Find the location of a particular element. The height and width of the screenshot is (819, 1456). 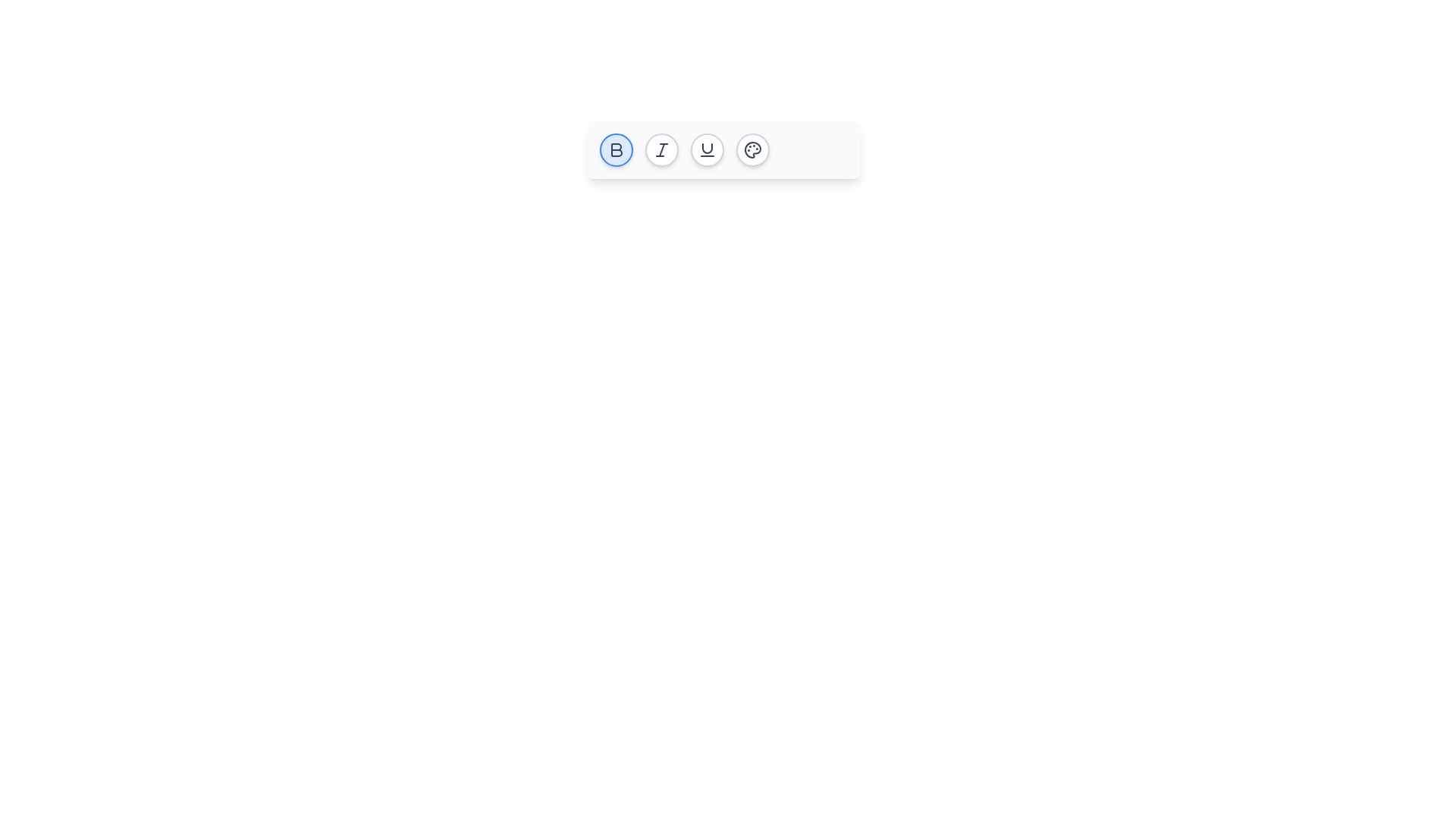

the central part of the first circular button on the toolbar is located at coordinates (617, 149).